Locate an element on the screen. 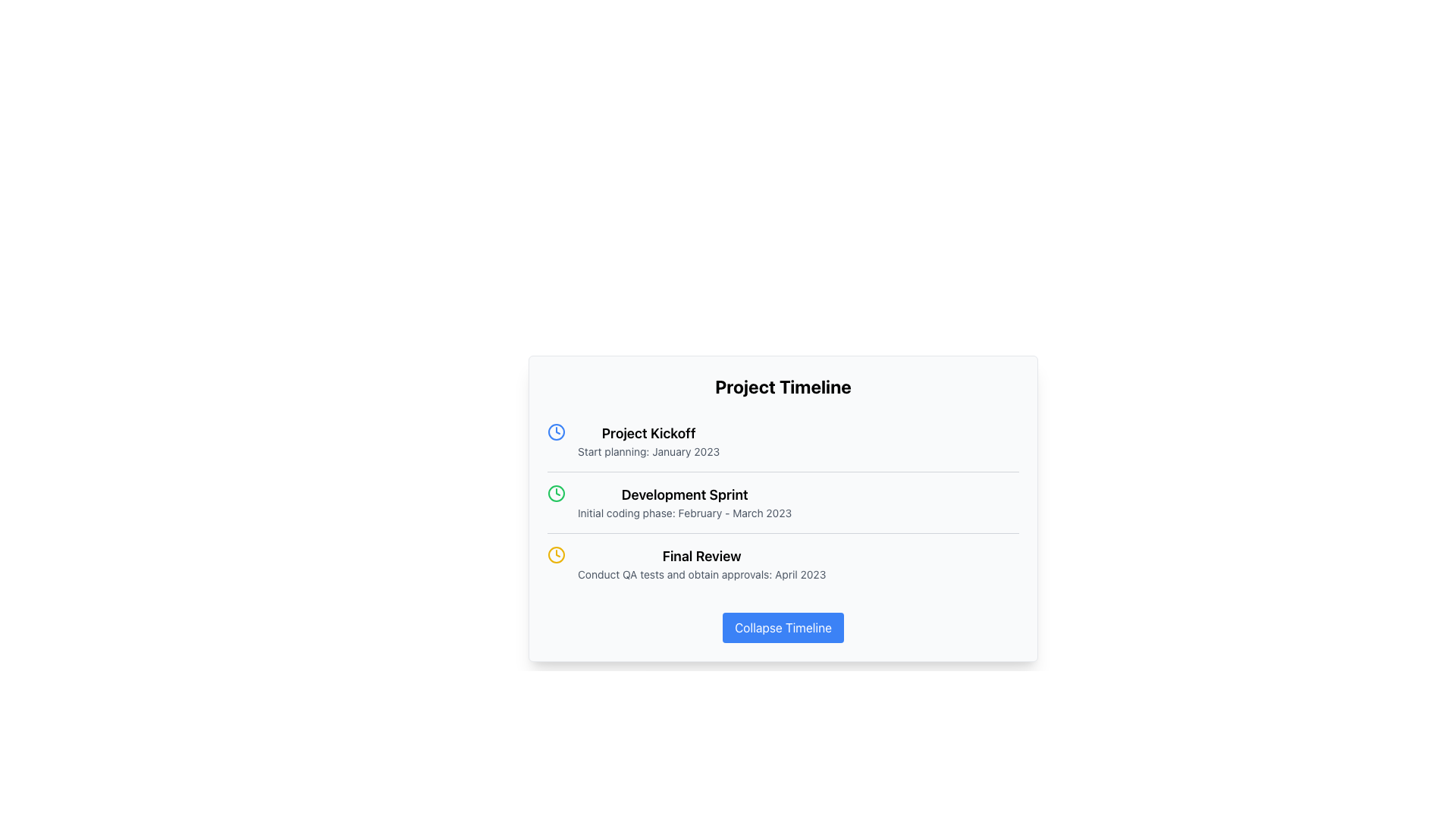 Image resolution: width=1456 pixels, height=819 pixels. header text element indicating the phase name 'Development Sprint', which is centrally located in the project timeline above the description text and below 'Project Kickoff' is located at coordinates (684, 494).